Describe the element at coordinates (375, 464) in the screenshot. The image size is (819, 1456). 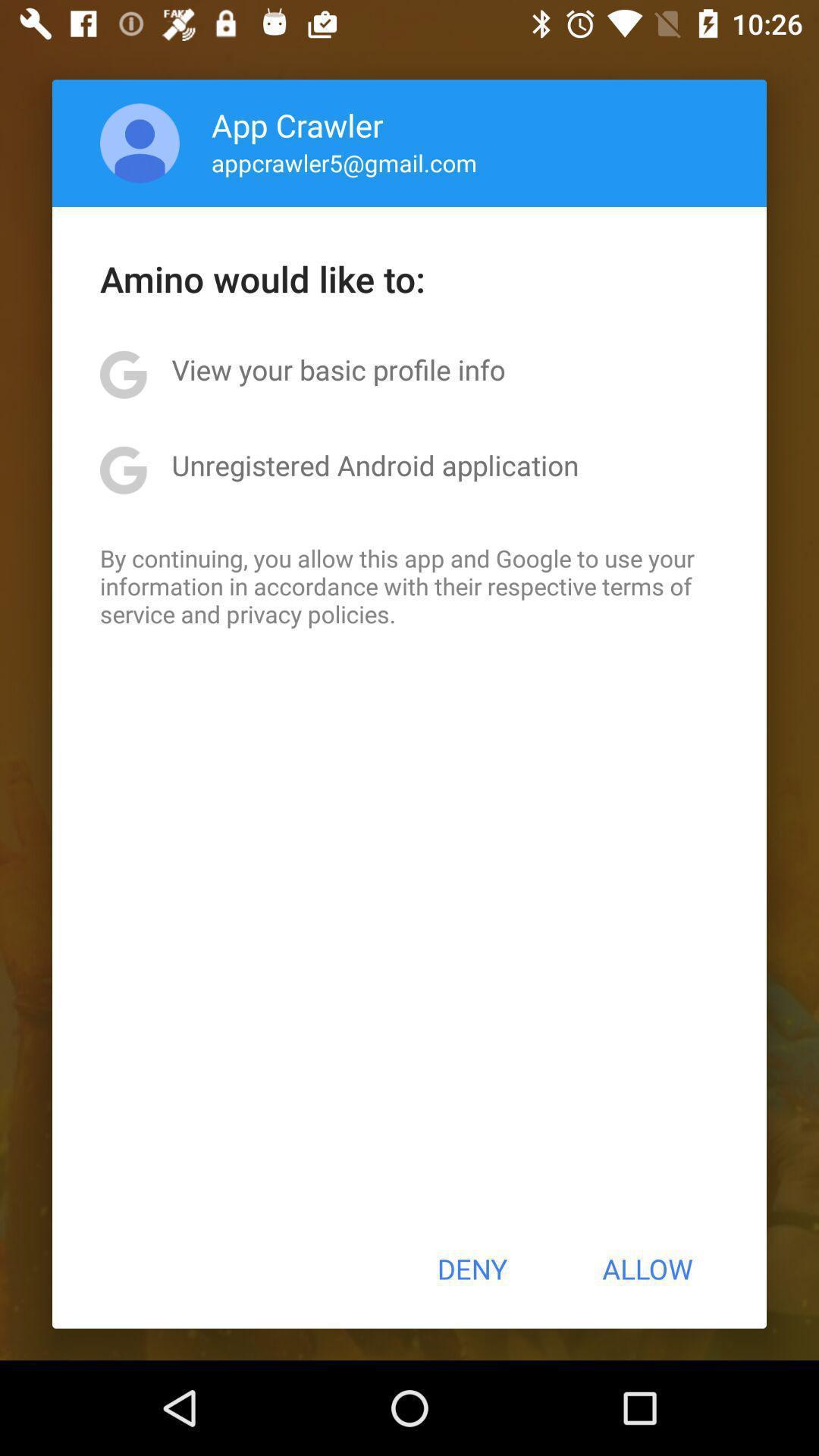
I see `the unregistered android application app` at that location.